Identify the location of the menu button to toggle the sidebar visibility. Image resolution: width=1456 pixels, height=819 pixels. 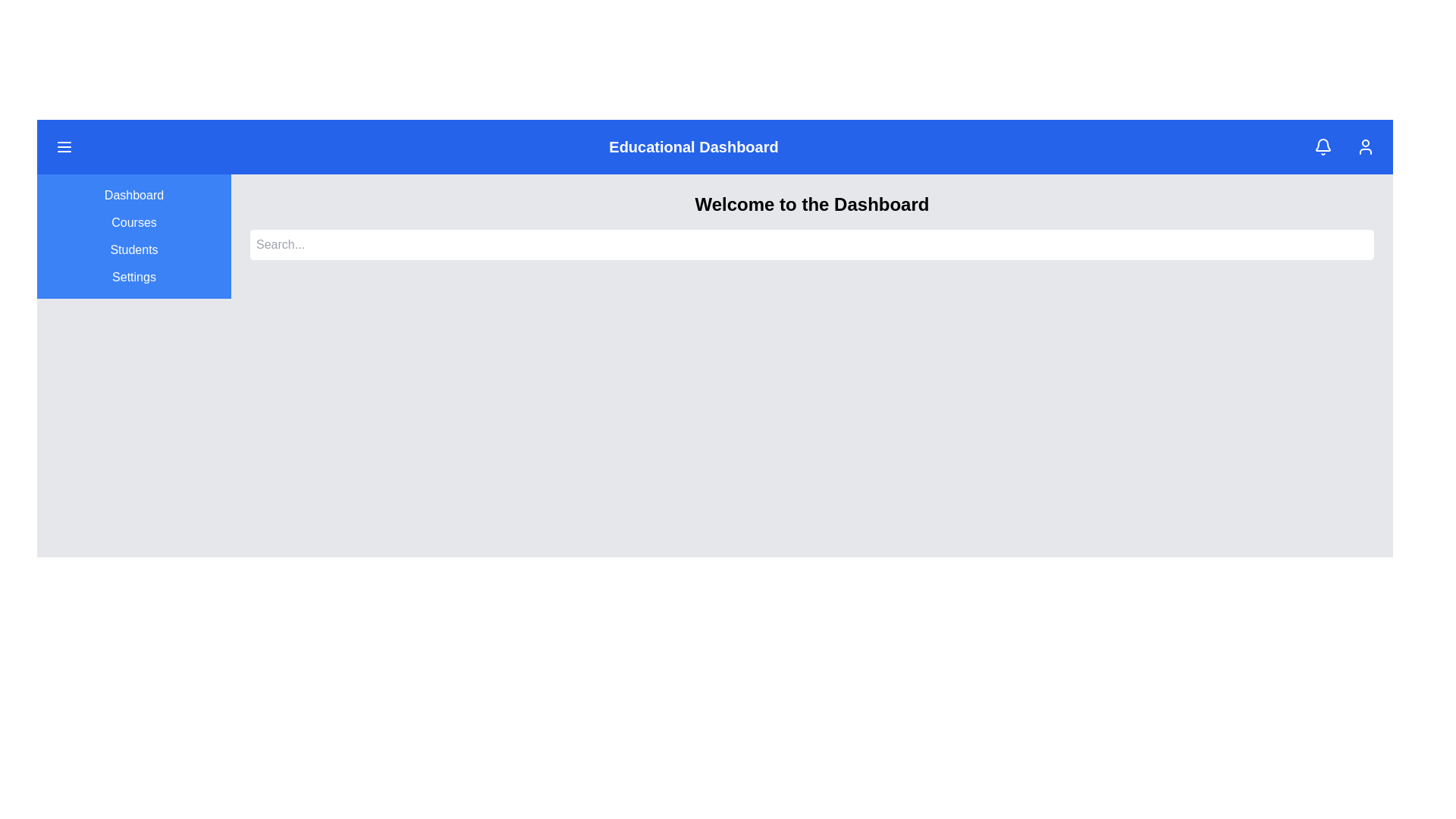
(64, 146).